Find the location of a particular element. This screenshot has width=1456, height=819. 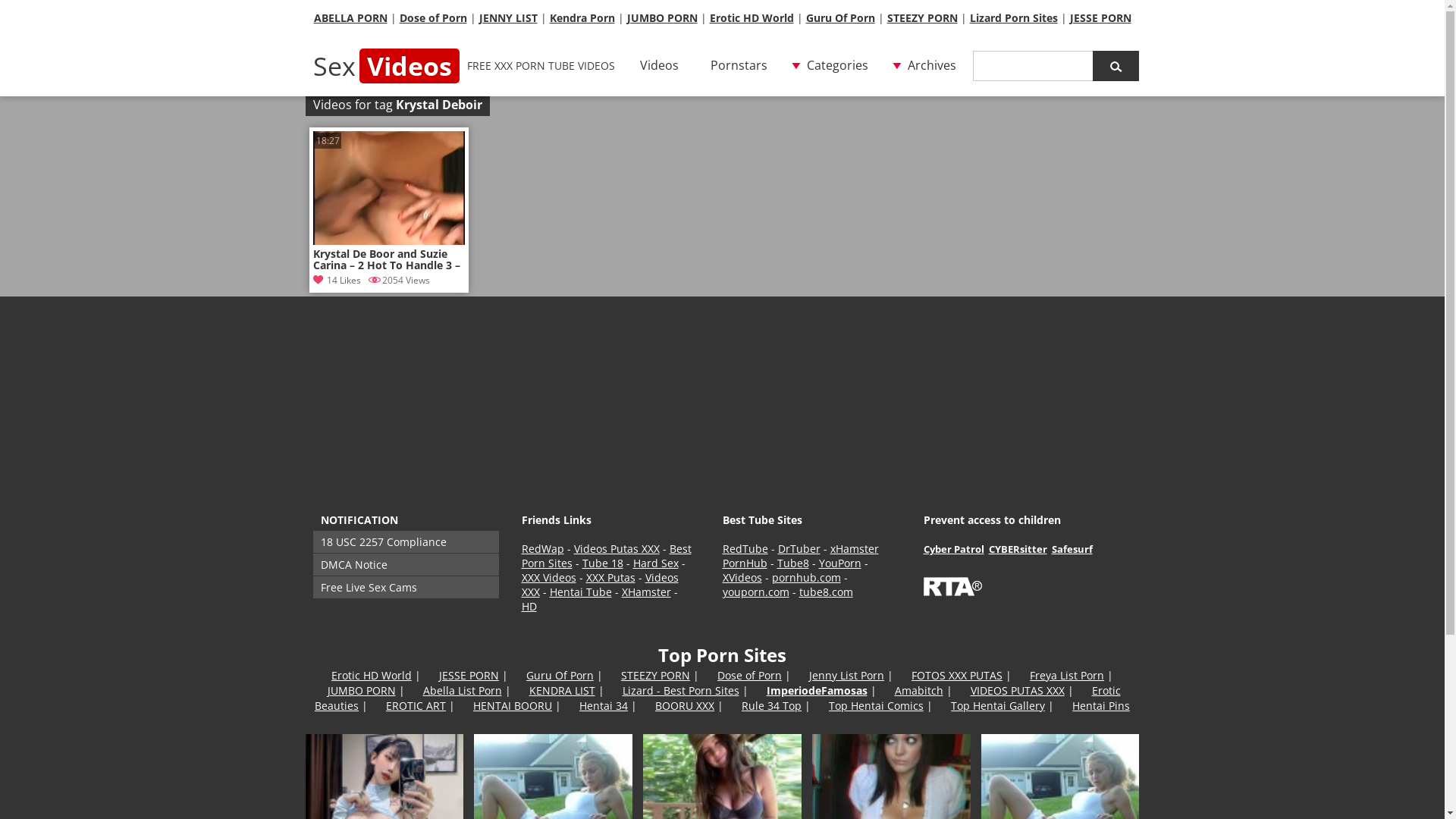

'Hentai Pins' is located at coordinates (1100, 705).